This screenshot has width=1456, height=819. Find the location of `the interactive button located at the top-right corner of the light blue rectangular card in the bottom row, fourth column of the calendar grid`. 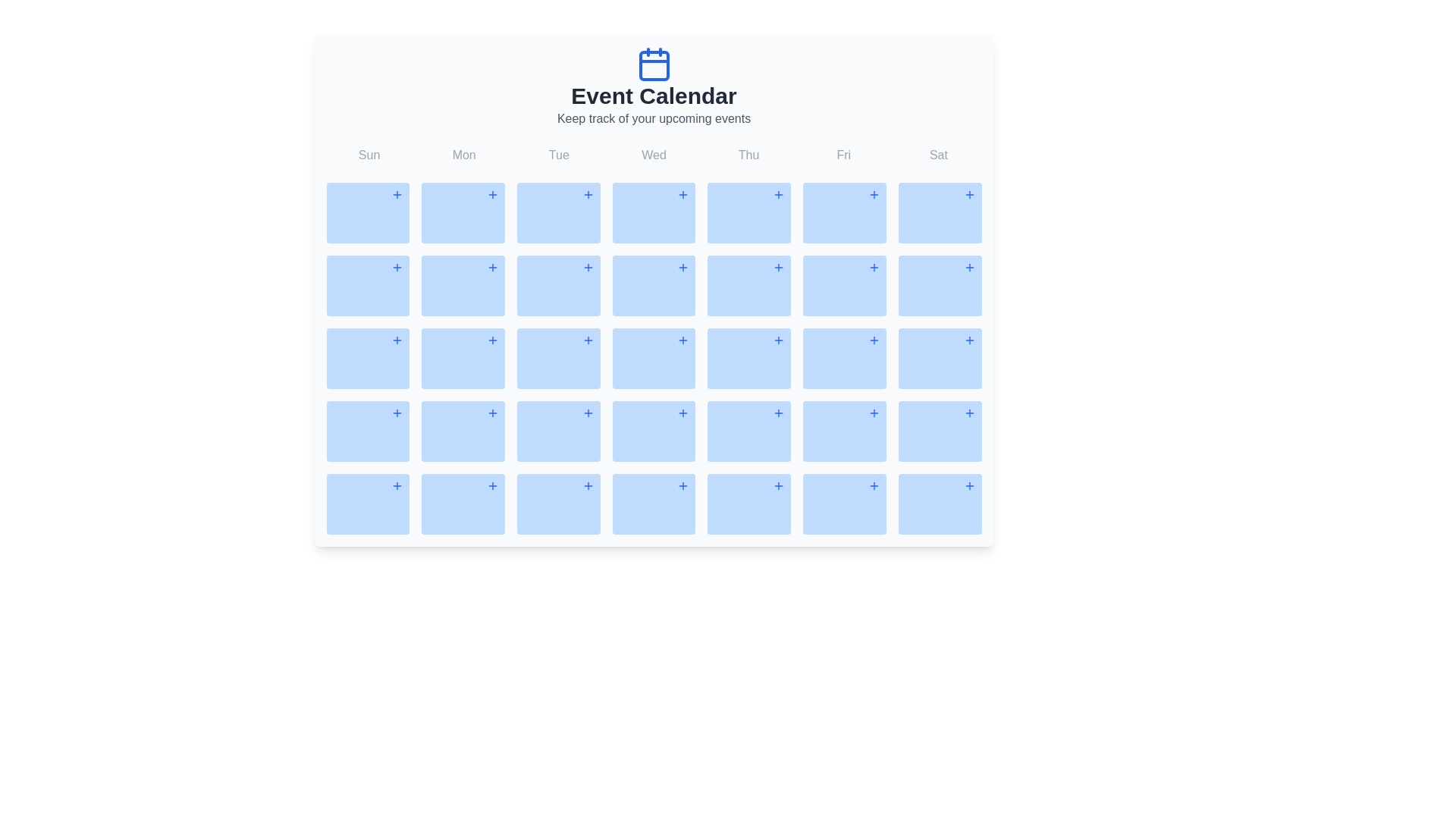

the interactive button located at the top-right corner of the light blue rectangular card in the bottom row, fourth column of the calendar grid is located at coordinates (587, 485).